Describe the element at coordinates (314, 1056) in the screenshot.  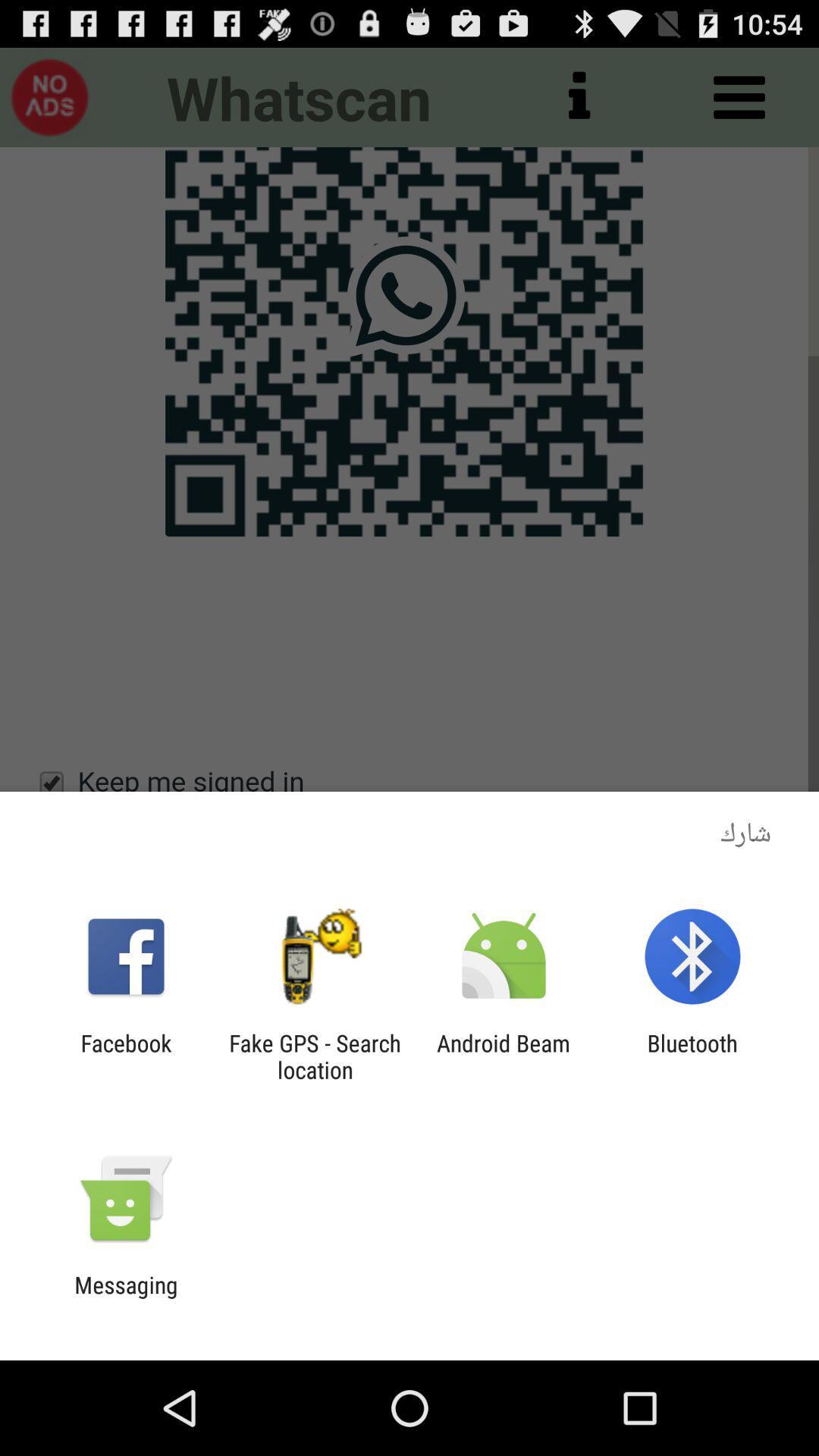
I see `the fake gps search item` at that location.